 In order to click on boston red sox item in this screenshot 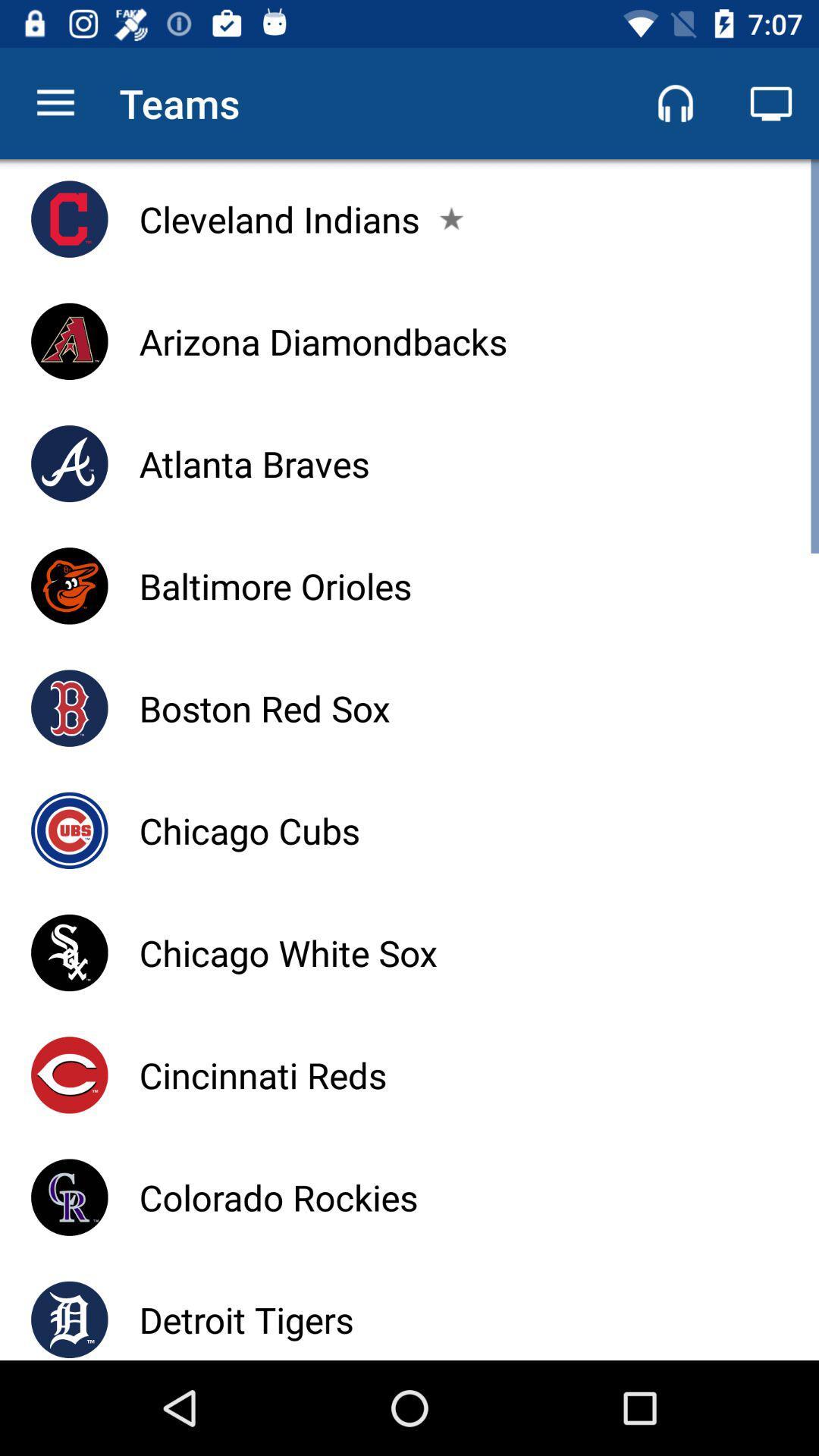, I will do `click(264, 708)`.